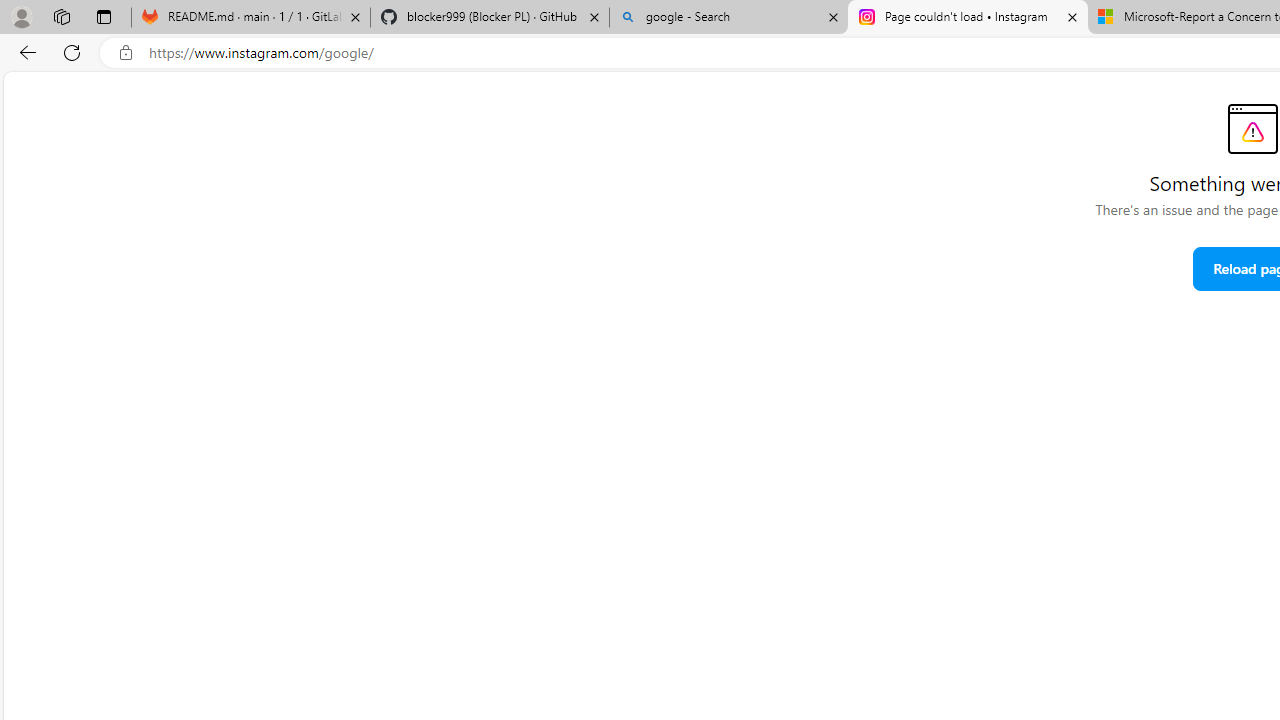 Image resolution: width=1280 pixels, height=720 pixels. What do you see at coordinates (1251, 128) in the screenshot?
I see `'Error'` at bounding box center [1251, 128].